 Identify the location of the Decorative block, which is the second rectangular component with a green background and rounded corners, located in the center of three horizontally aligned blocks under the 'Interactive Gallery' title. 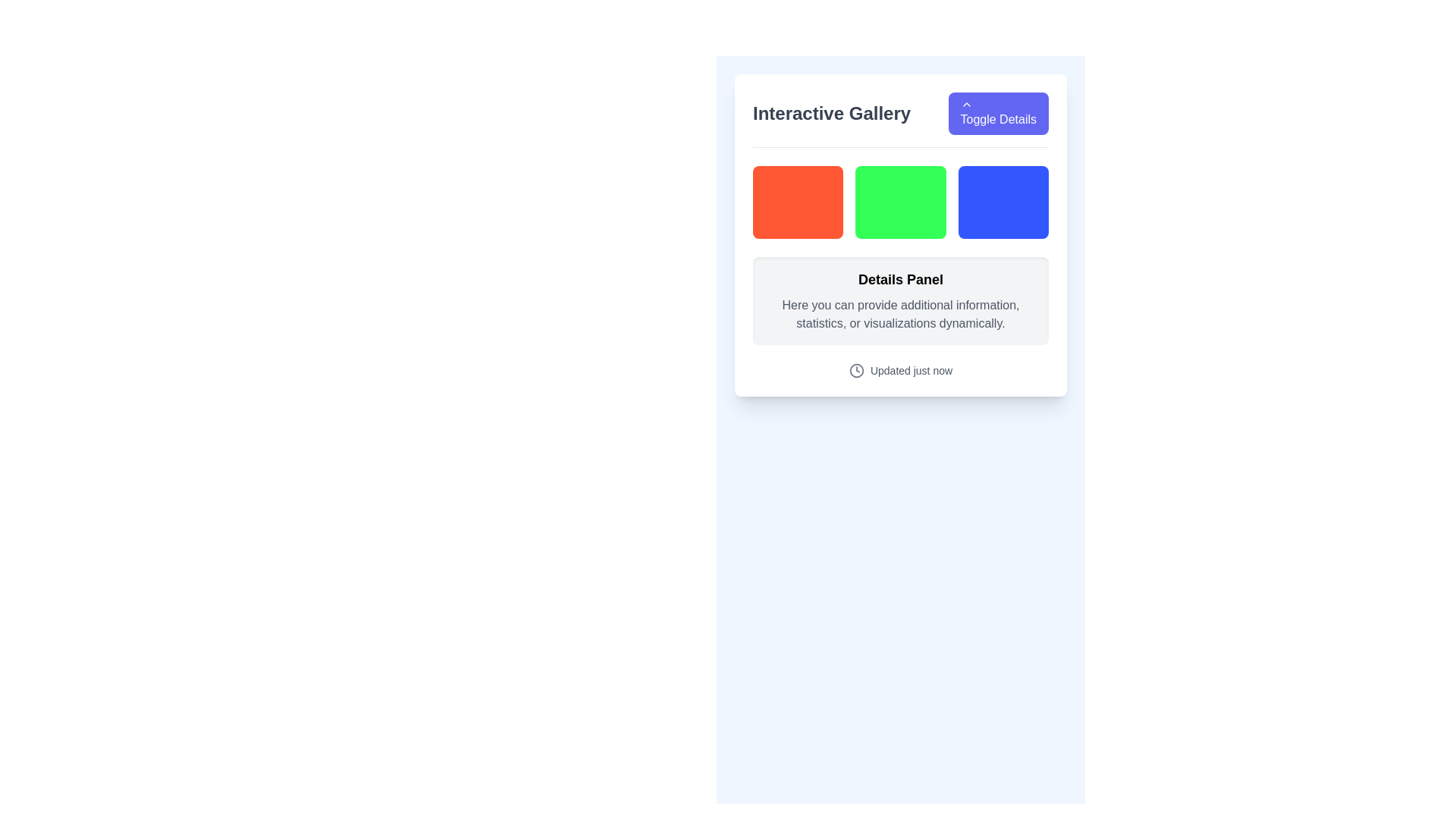
(900, 201).